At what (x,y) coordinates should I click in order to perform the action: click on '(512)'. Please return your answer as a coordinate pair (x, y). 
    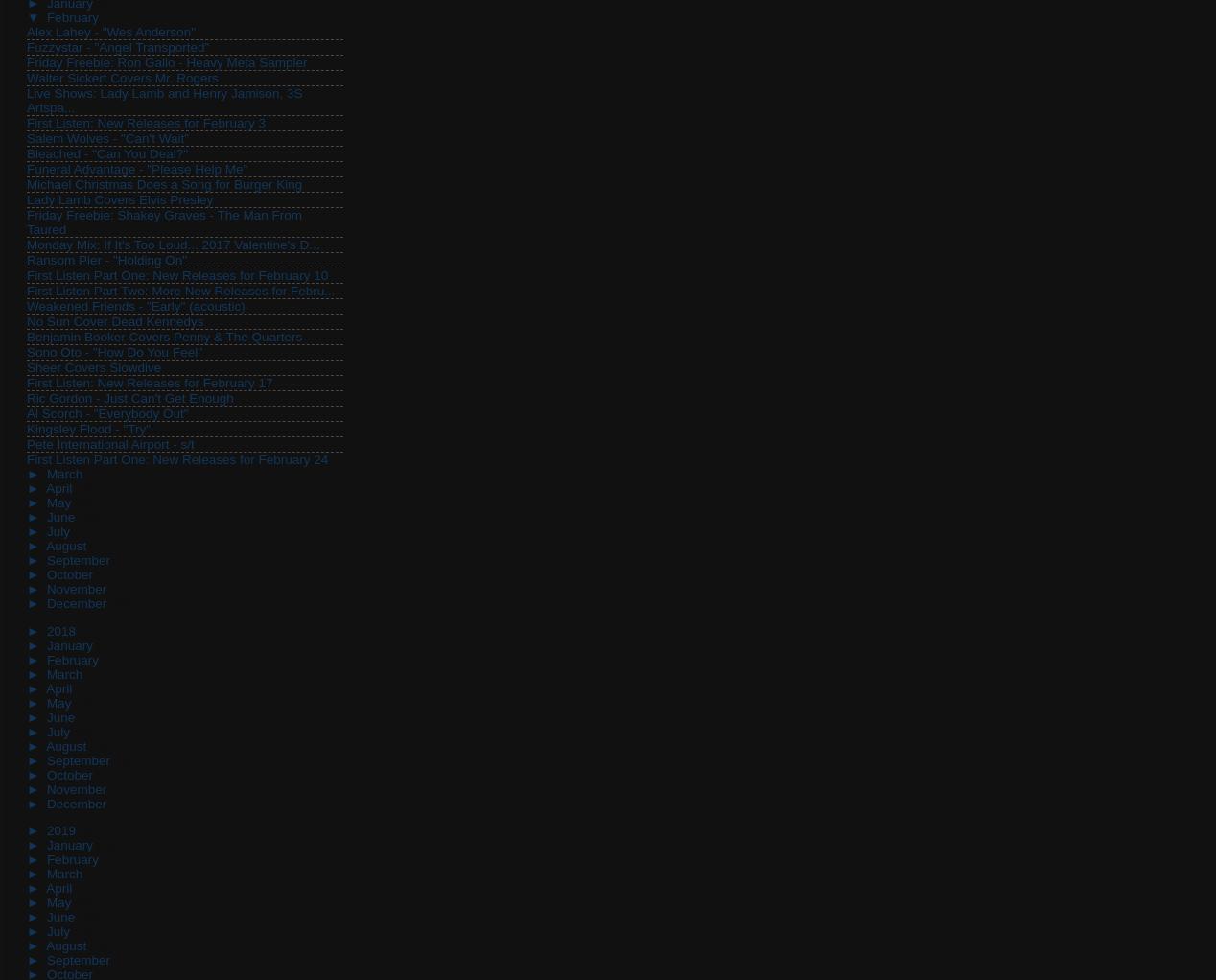
    Looking at the image, I should click on (94, 830).